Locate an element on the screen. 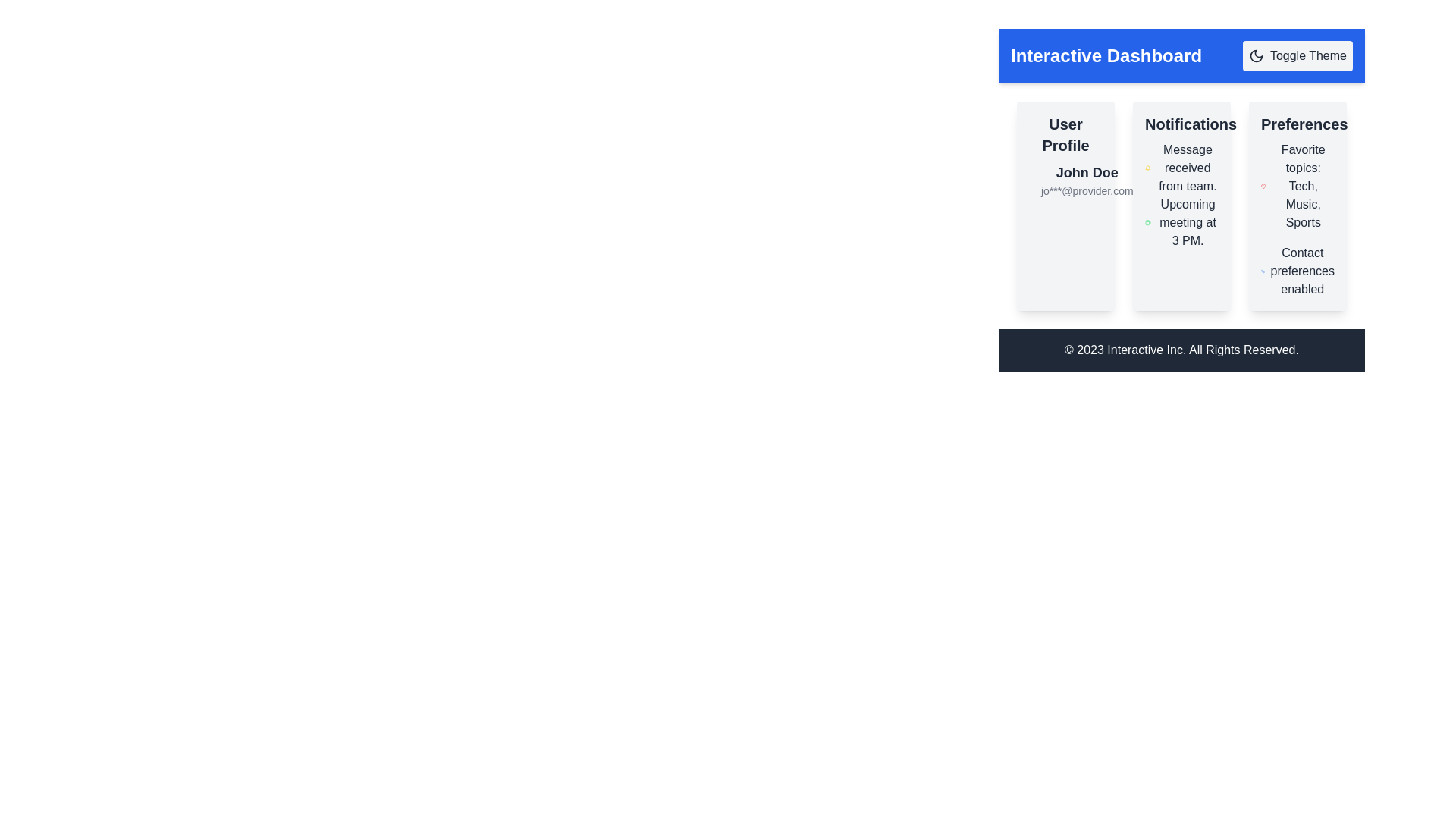  the Text block within the notification component that informs users of received notifications regarding team messages and scheduled meetings is located at coordinates (1181, 195).